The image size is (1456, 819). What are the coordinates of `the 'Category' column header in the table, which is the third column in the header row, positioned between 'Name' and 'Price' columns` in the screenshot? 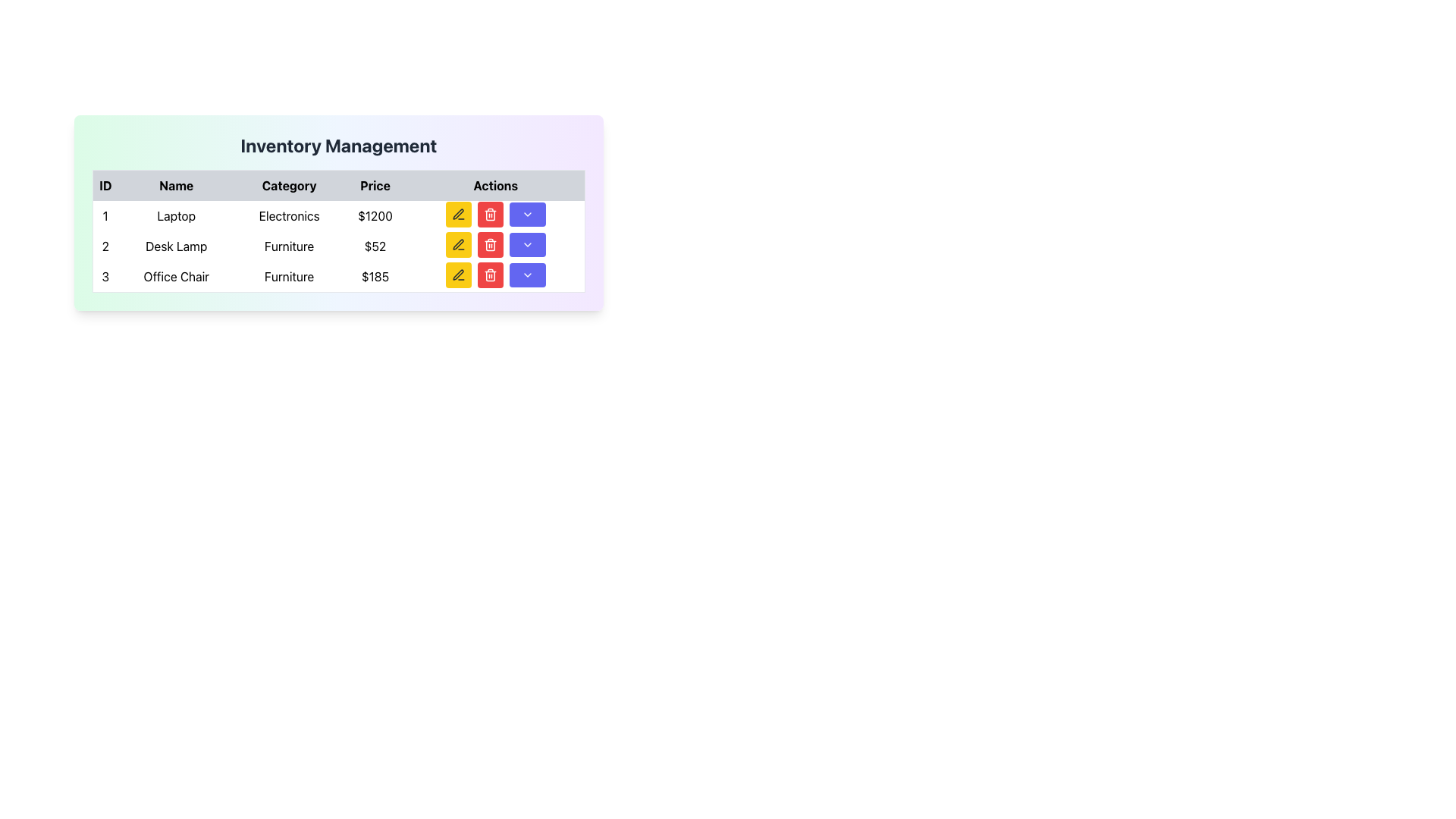 It's located at (289, 184).